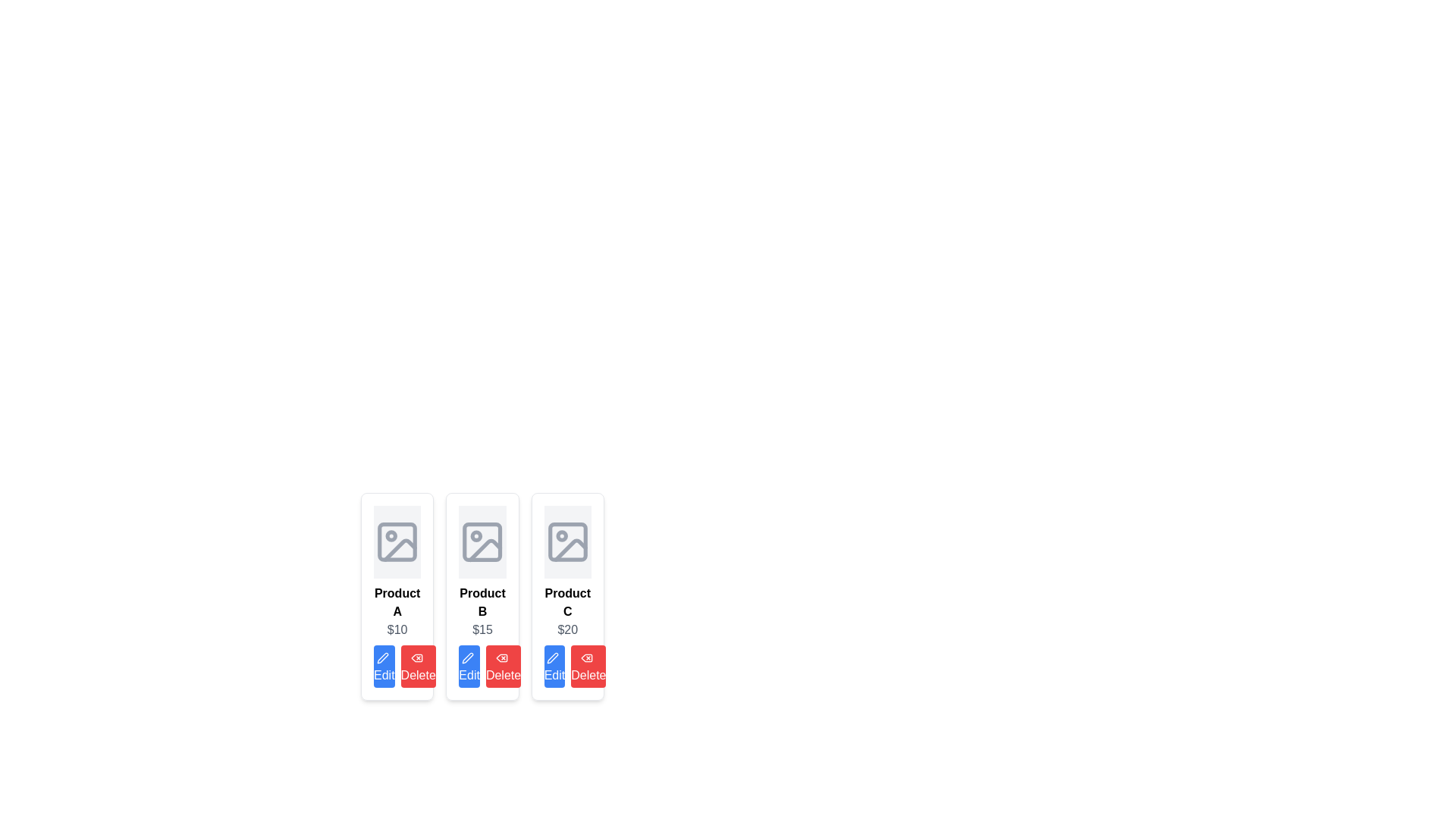 Image resolution: width=1456 pixels, height=819 pixels. I want to click on the 'Edit' button located in the Action buttons set for 'Product B' to modify the product details, so click(482, 666).